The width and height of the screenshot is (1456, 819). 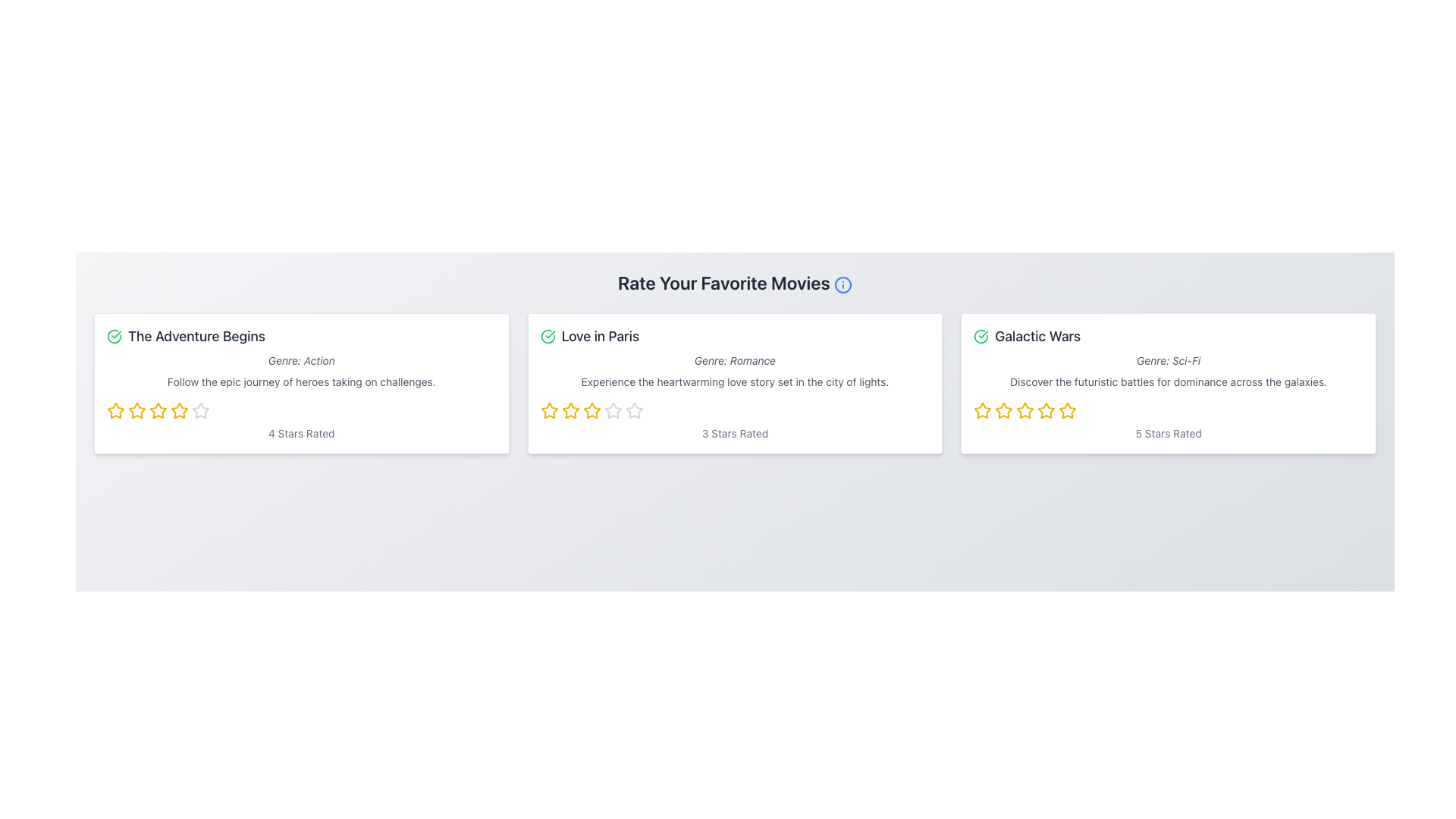 I want to click on the static text element that describes the movie 'Galactic Wars', located as the third line of text within its card, centered horizontally, so click(x=1168, y=381).